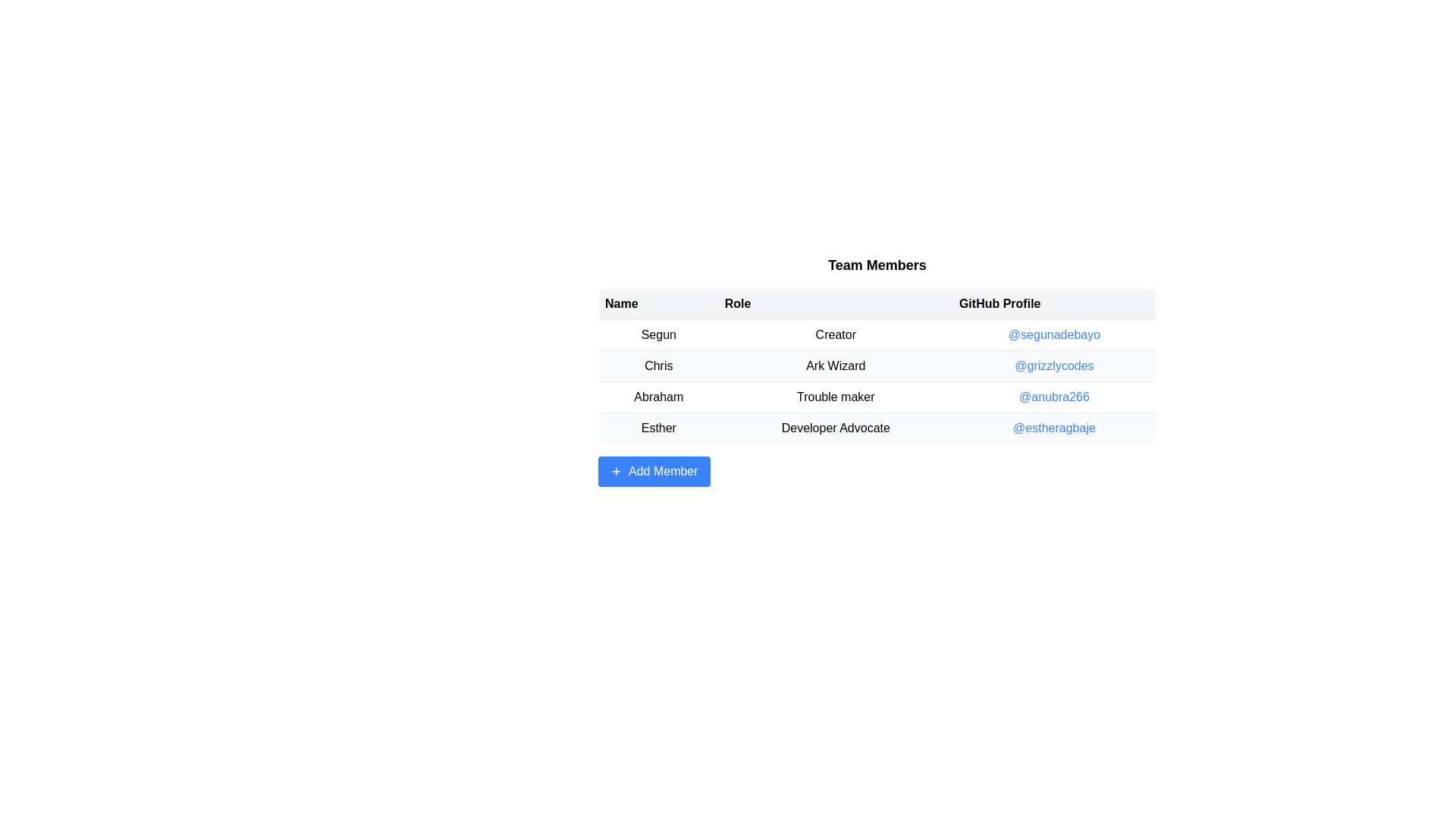  I want to click on the text element displaying the name 'Abraham', which is part of the team member details in the 'Name' column, situated between 'Chris' and 'Esther', so click(658, 397).